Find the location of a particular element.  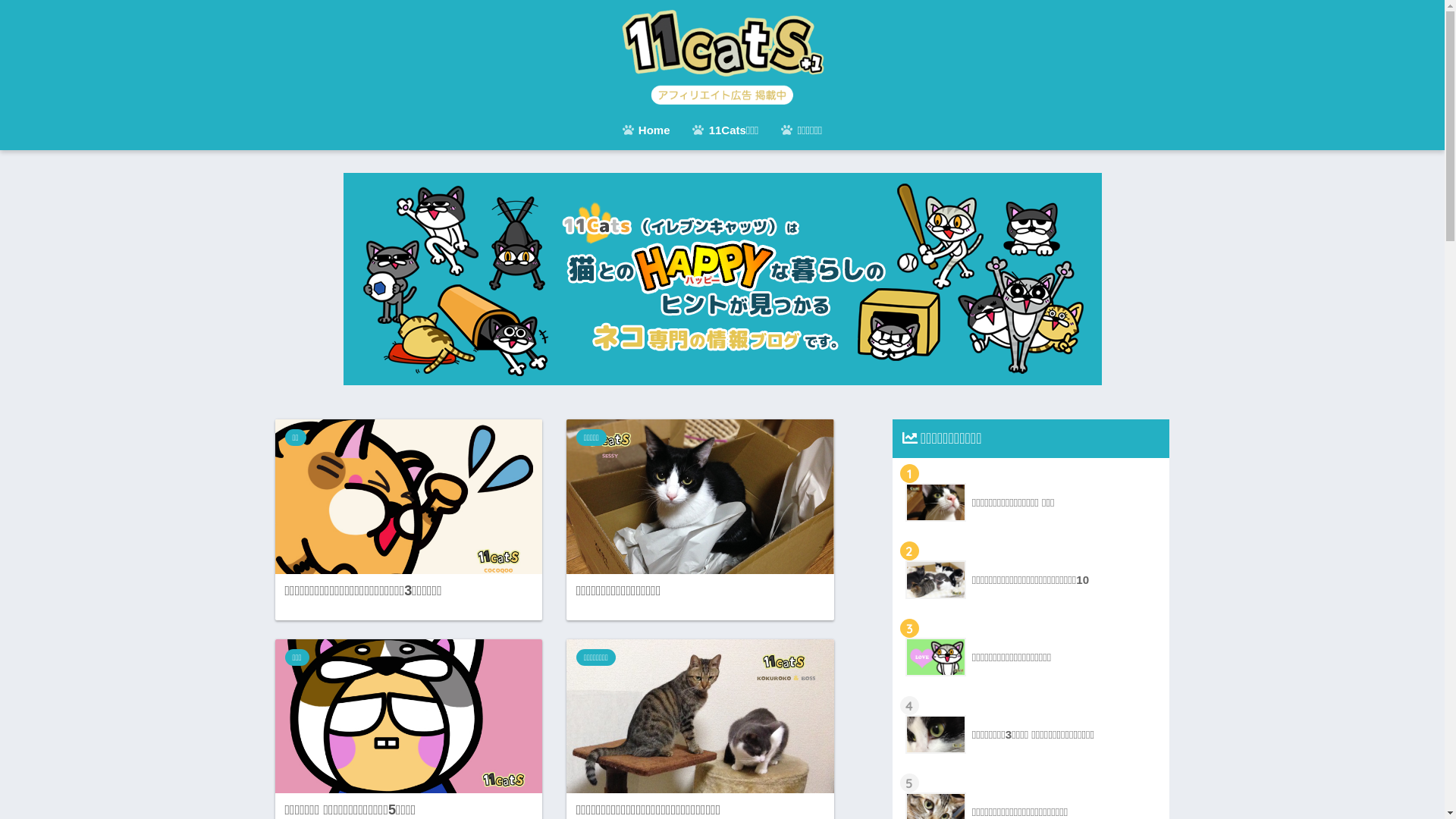

'Home' is located at coordinates (611, 130).